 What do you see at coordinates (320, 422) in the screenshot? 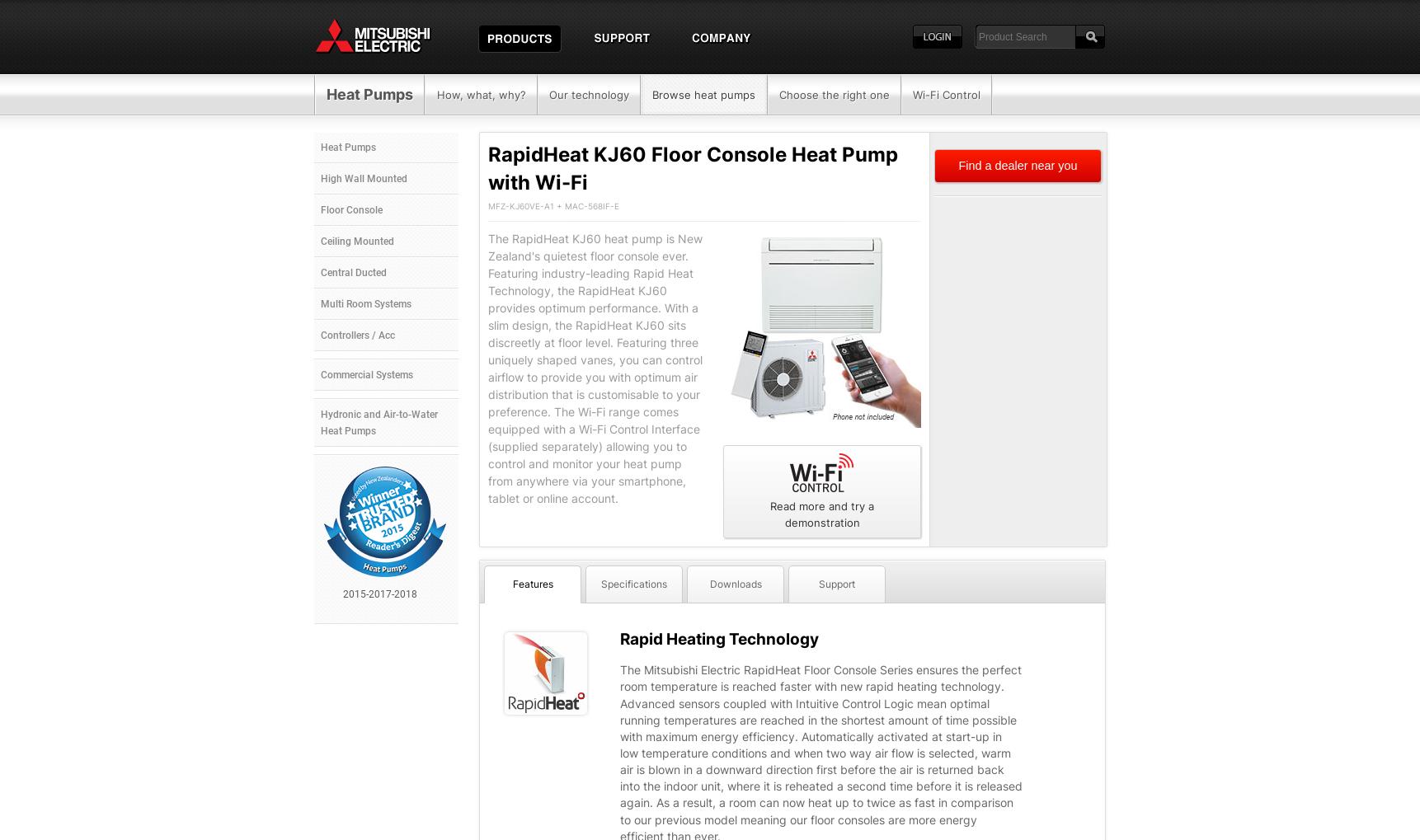
I see `'Hydronic and Air-to-Water Heat Pumps'` at bounding box center [320, 422].